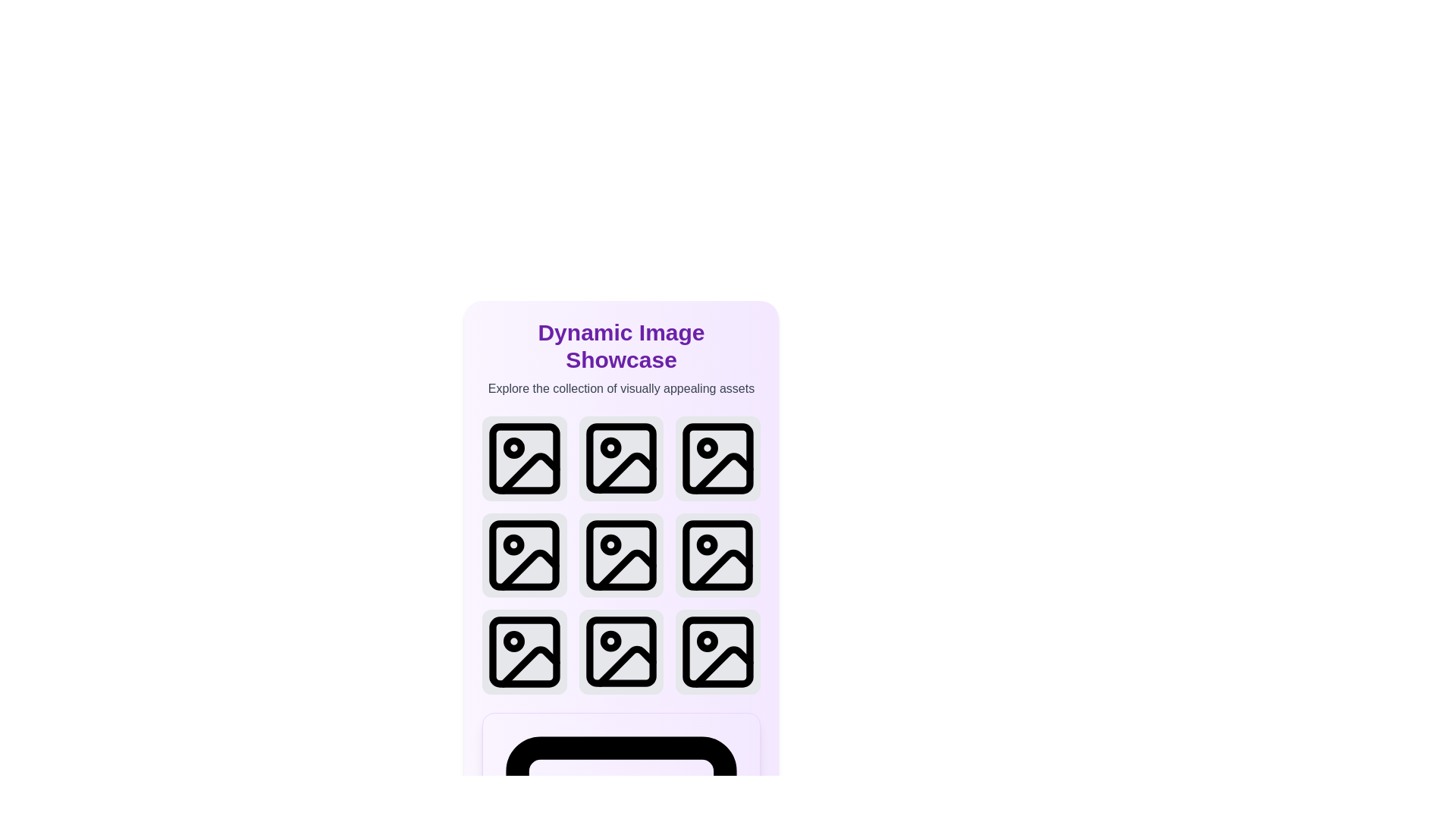 This screenshot has width=1456, height=819. I want to click on title text element that serves as a heading for the content below it, positioned at the center of the interface, so click(621, 346).